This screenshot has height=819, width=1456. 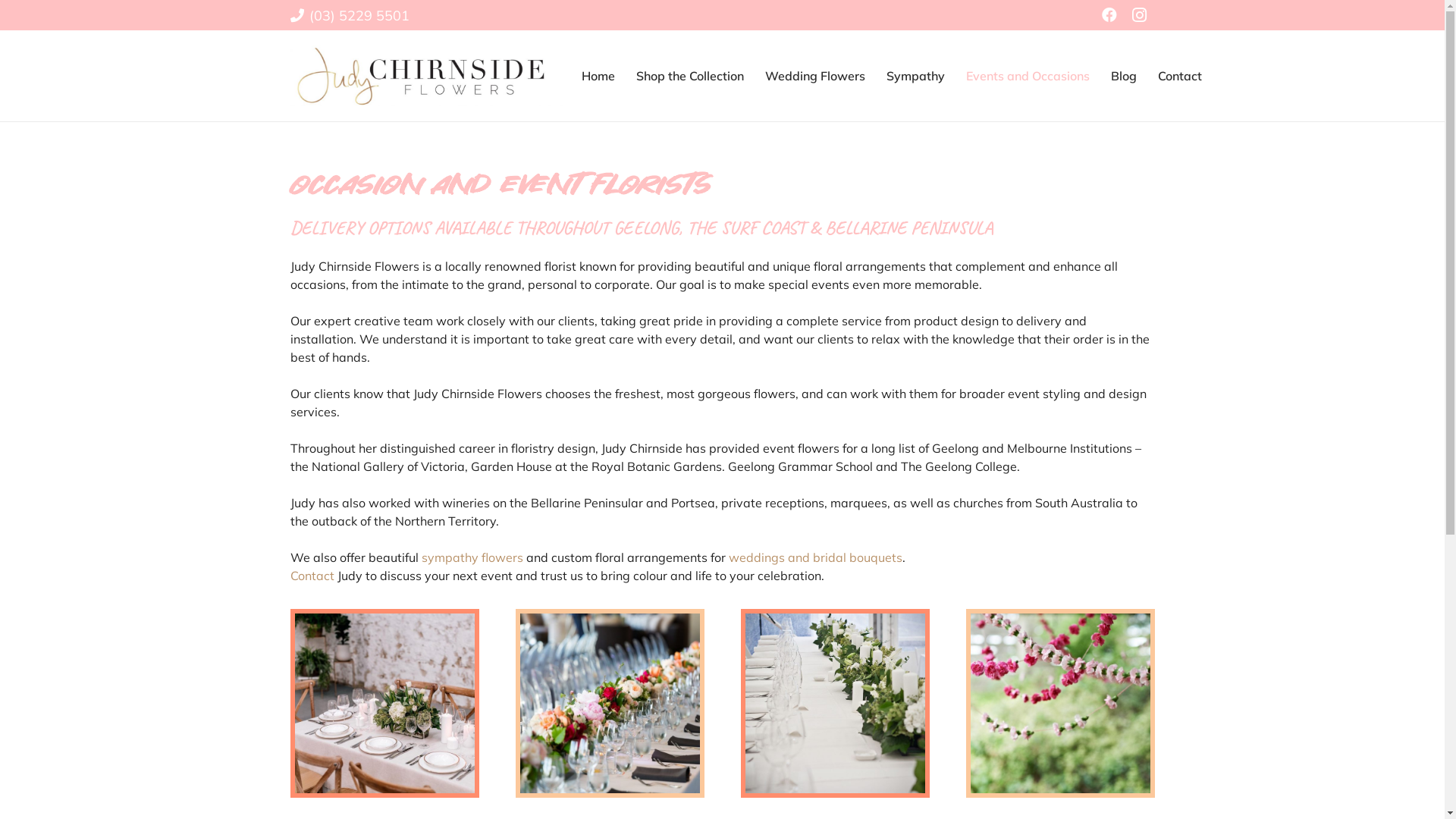 I want to click on 'Events and Occasions', so click(x=954, y=76).